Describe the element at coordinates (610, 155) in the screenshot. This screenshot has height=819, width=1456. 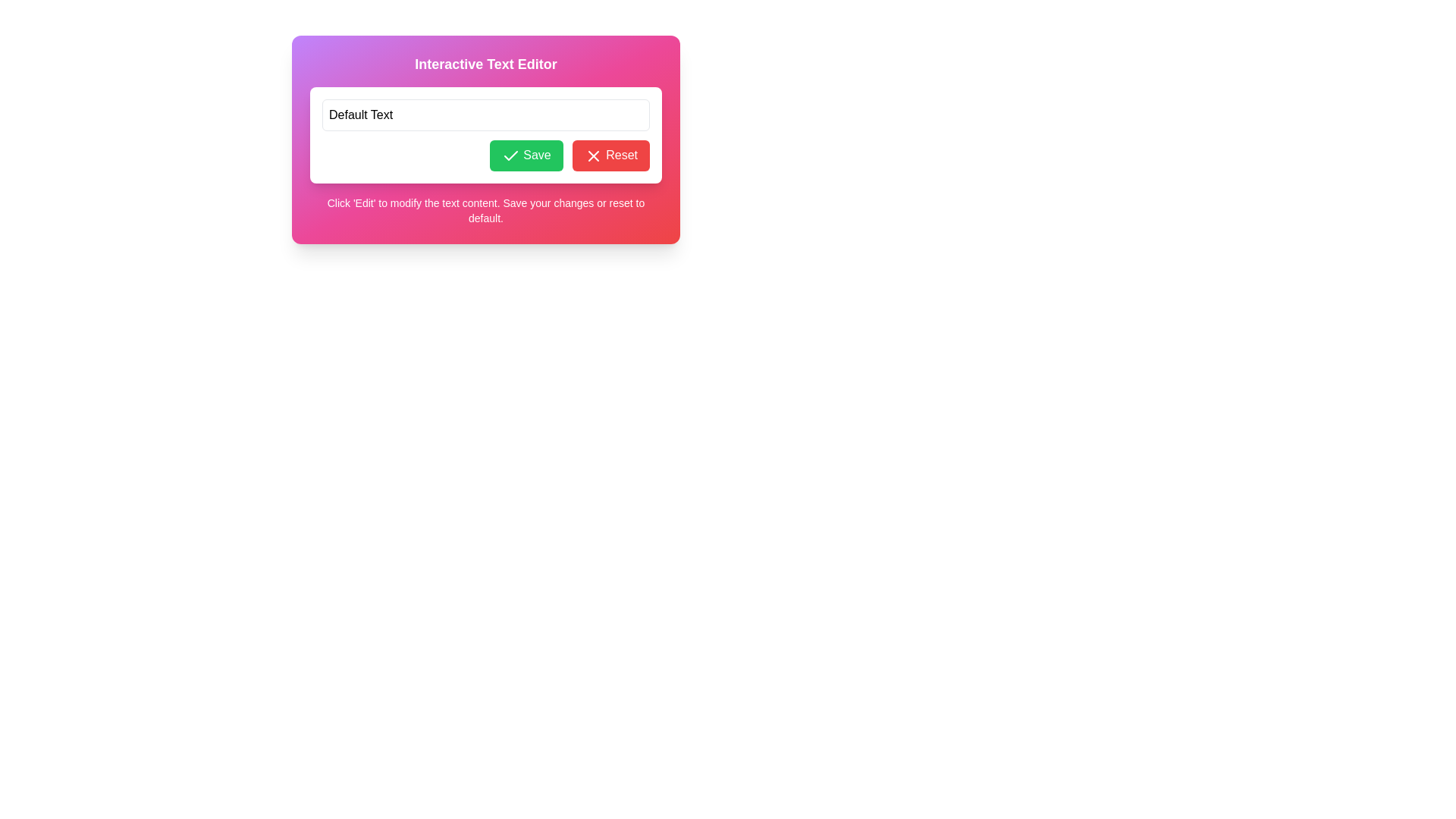
I see `the reset button located in the bottom-right part of the card-like component, next to the green 'Save' button, to reset the input or form to its default state` at that location.